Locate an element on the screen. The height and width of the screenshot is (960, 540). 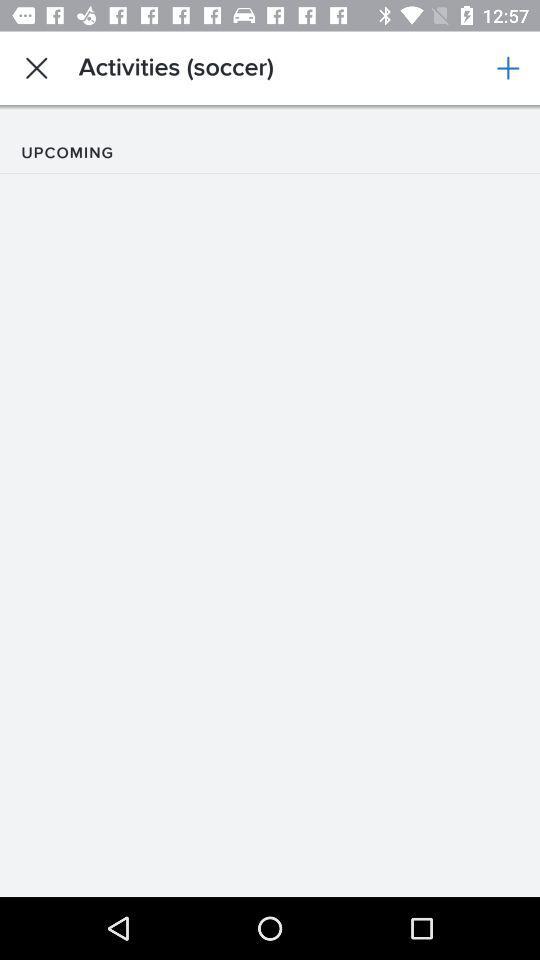
the app to the left of activities (soccer) icon is located at coordinates (36, 68).